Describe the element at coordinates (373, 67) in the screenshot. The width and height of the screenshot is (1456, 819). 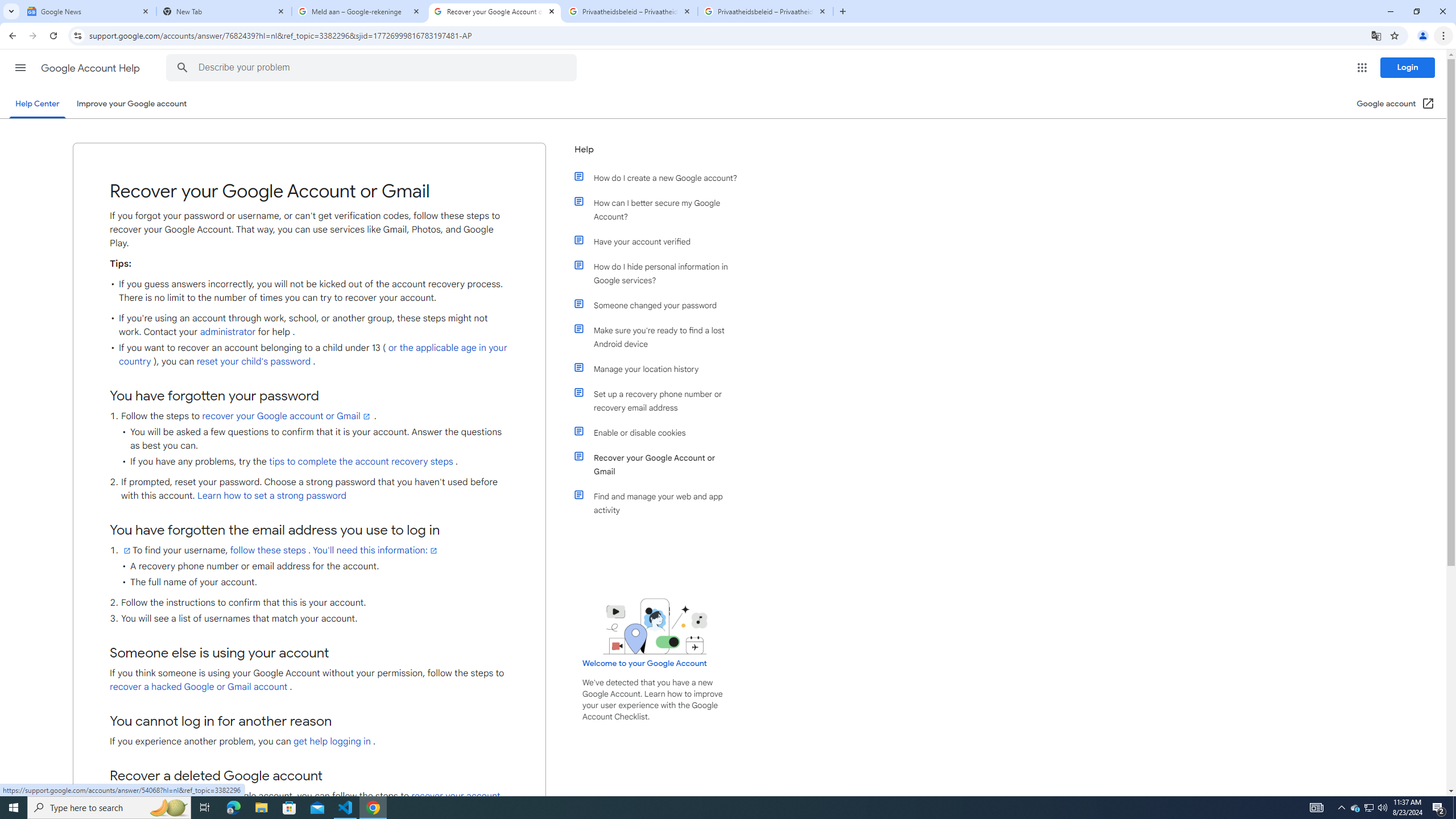
I see `'Describe your problem'` at that location.